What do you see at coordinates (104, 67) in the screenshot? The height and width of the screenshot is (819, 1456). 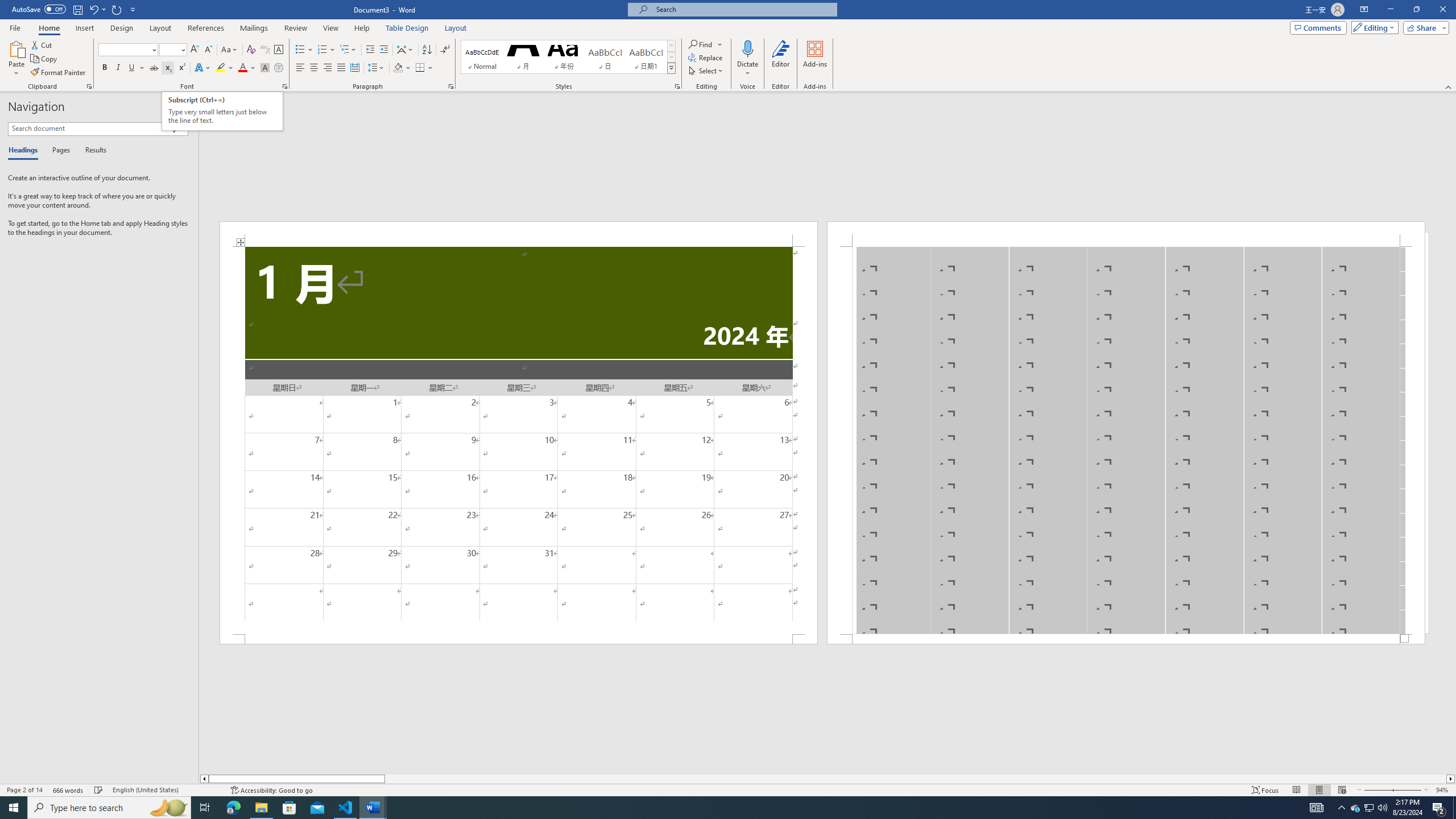 I see `'Bold'` at bounding box center [104, 67].